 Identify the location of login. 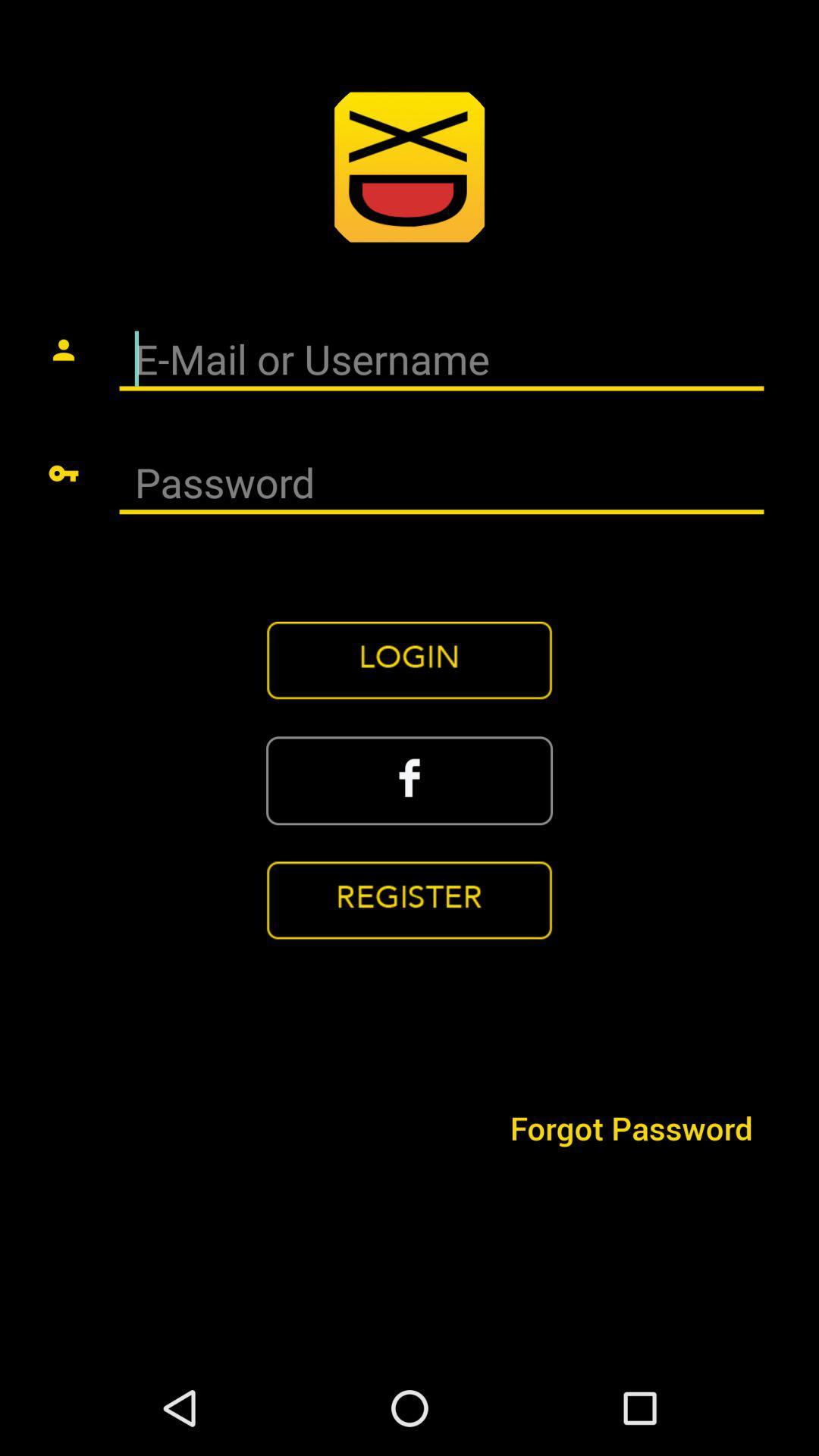
(409, 661).